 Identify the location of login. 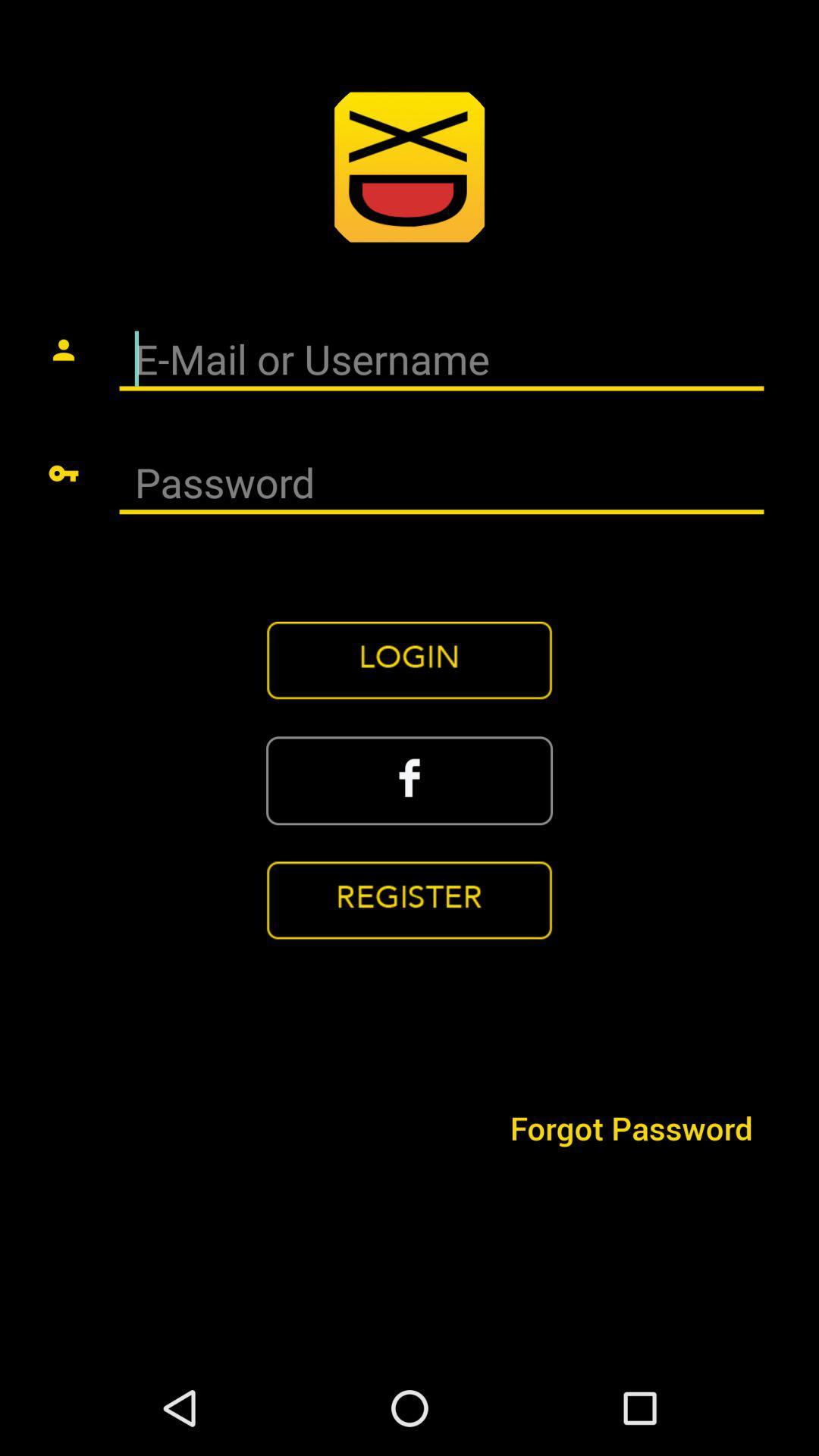
(409, 661).